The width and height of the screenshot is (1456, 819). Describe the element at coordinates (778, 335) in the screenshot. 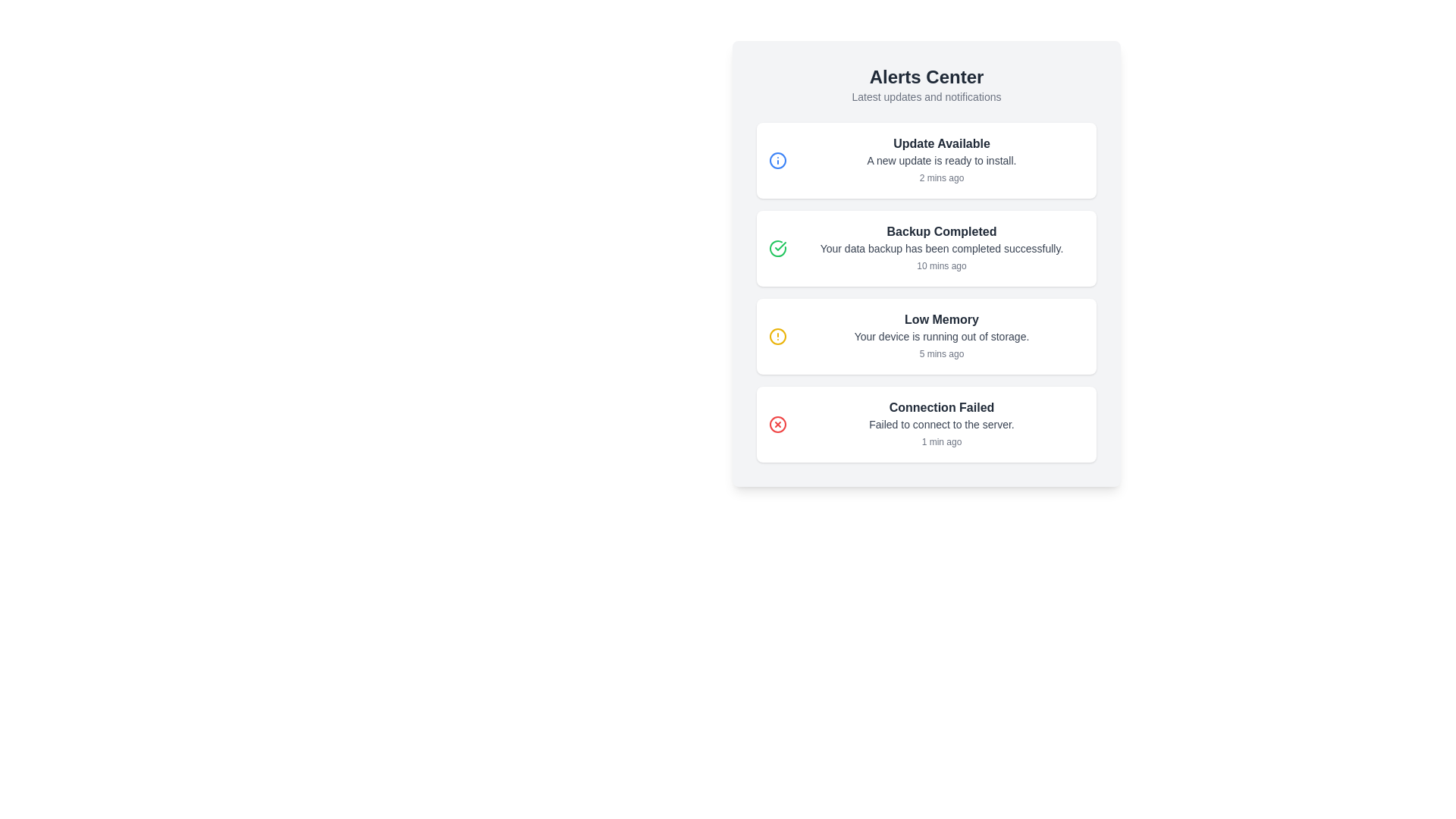

I see `Circle SVG component that serves as a visual indicator for the 'Low Memory' alert message` at that location.